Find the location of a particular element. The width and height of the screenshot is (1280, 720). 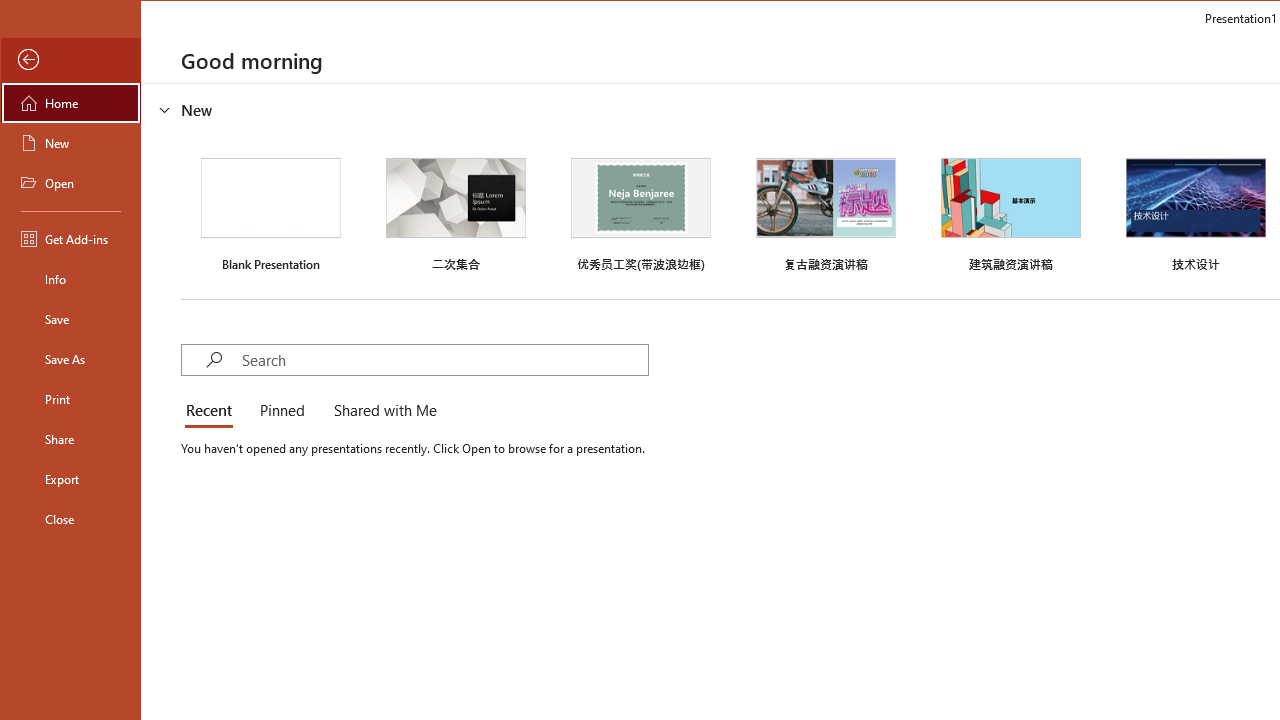

'Info' is located at coordinates (71, 279).